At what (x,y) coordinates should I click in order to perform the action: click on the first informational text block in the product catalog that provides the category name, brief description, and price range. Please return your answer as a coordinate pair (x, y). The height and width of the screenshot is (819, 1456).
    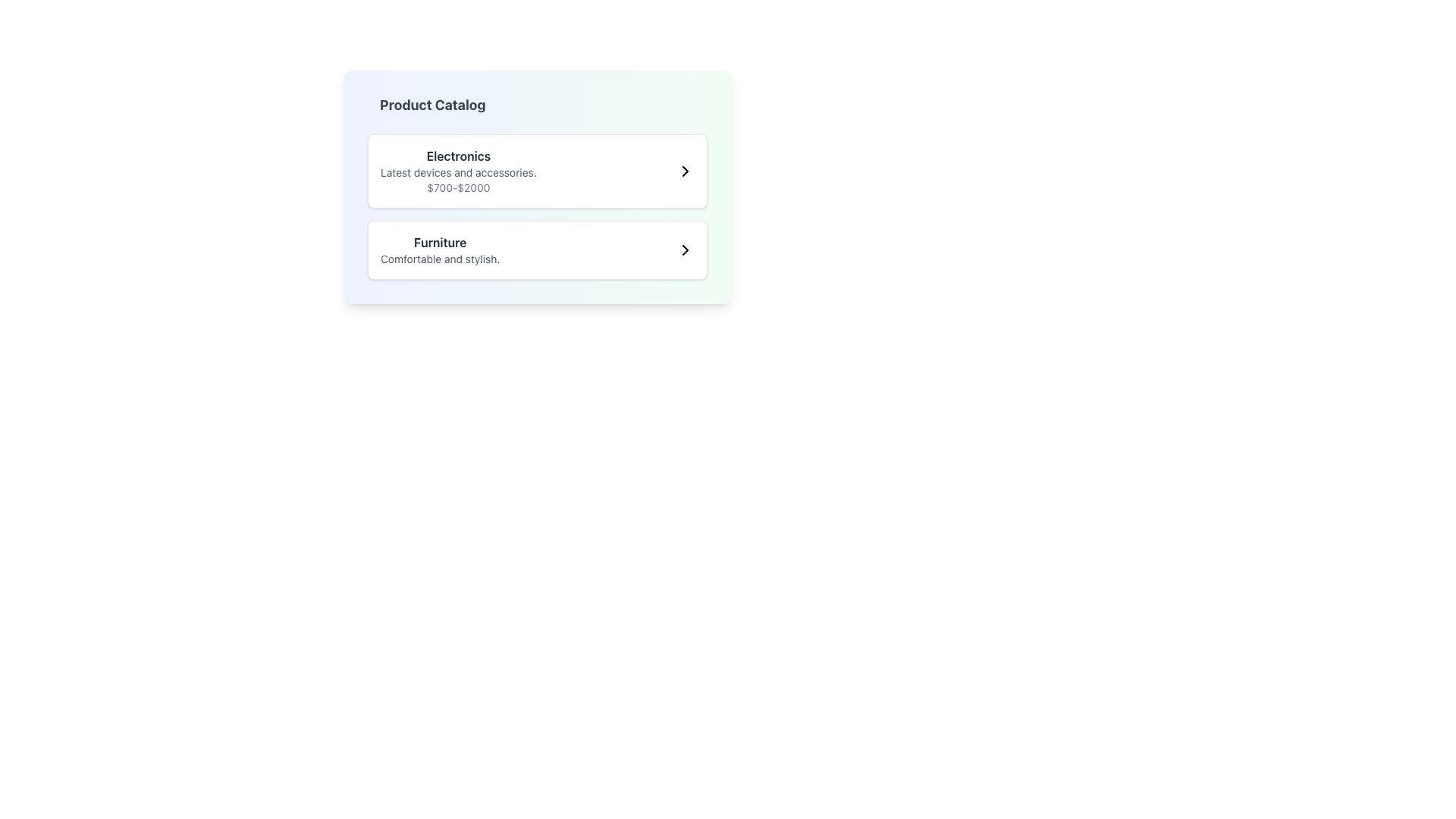
    Looking at the image, I should click on (457, 171).